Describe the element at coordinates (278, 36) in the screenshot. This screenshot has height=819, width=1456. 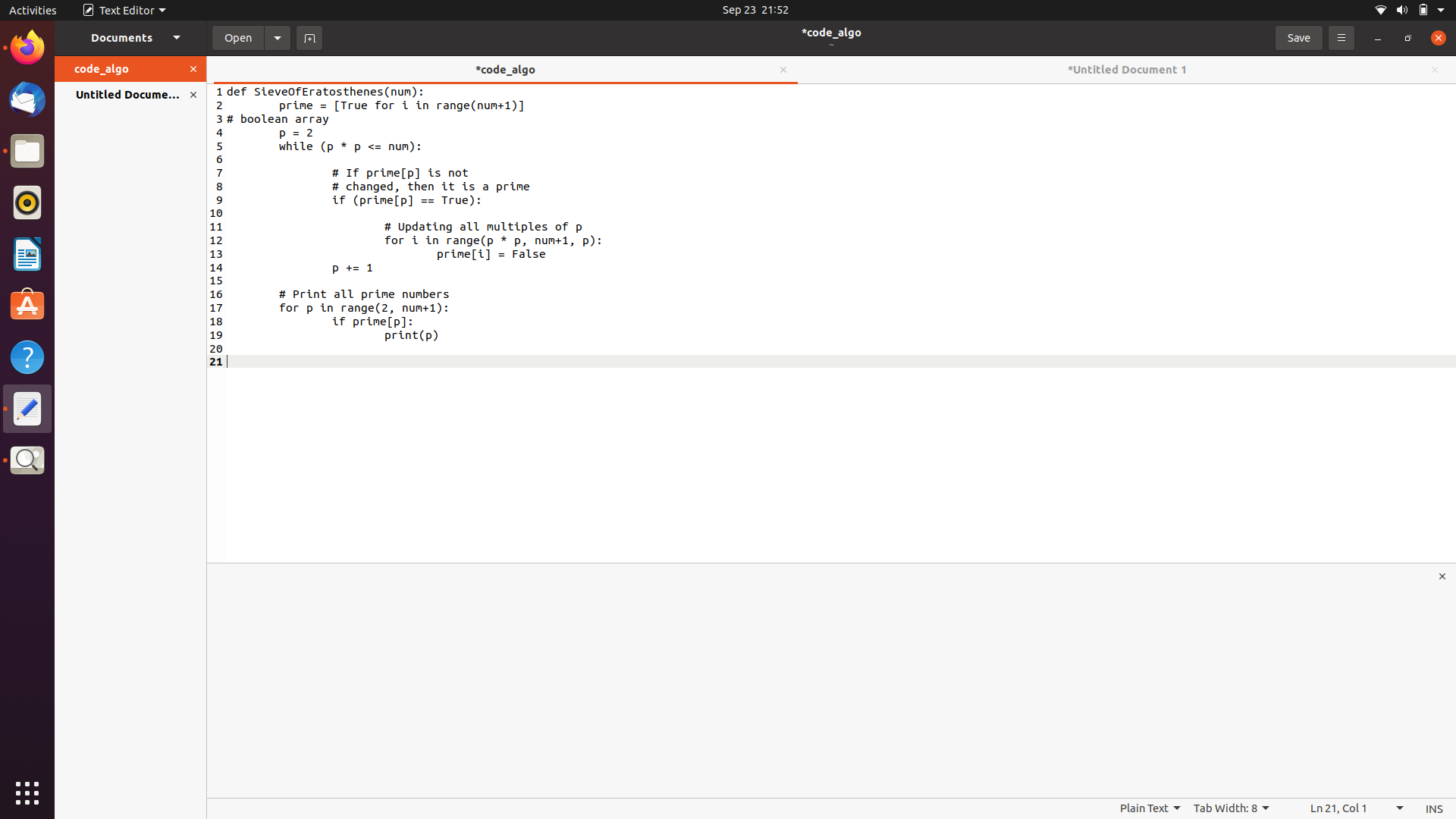
I see `the configurations for the button to open document` at that location.